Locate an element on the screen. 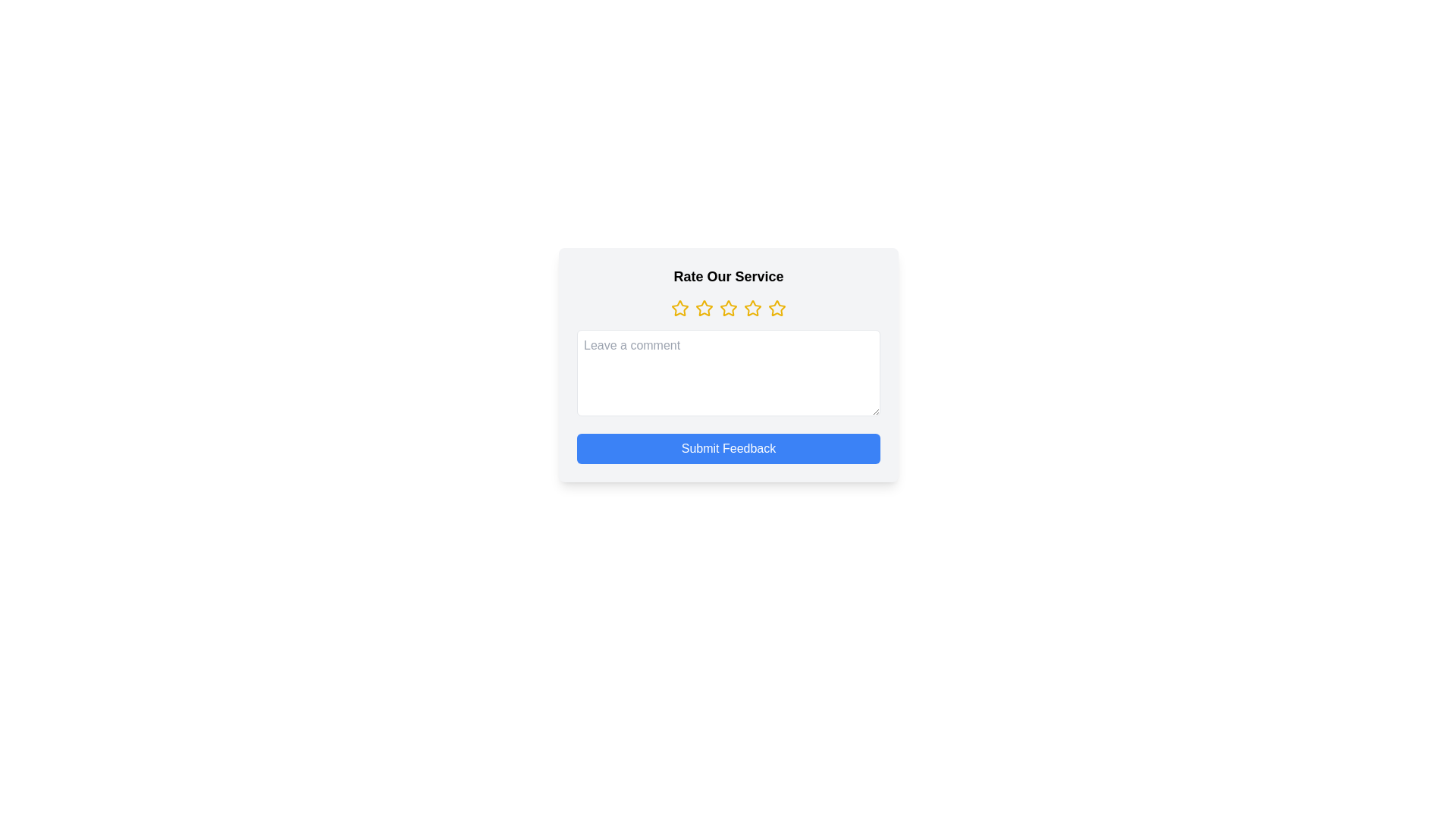  the yellow star icon in the Rating widget to rate our service is located at coordinates (728, 308).